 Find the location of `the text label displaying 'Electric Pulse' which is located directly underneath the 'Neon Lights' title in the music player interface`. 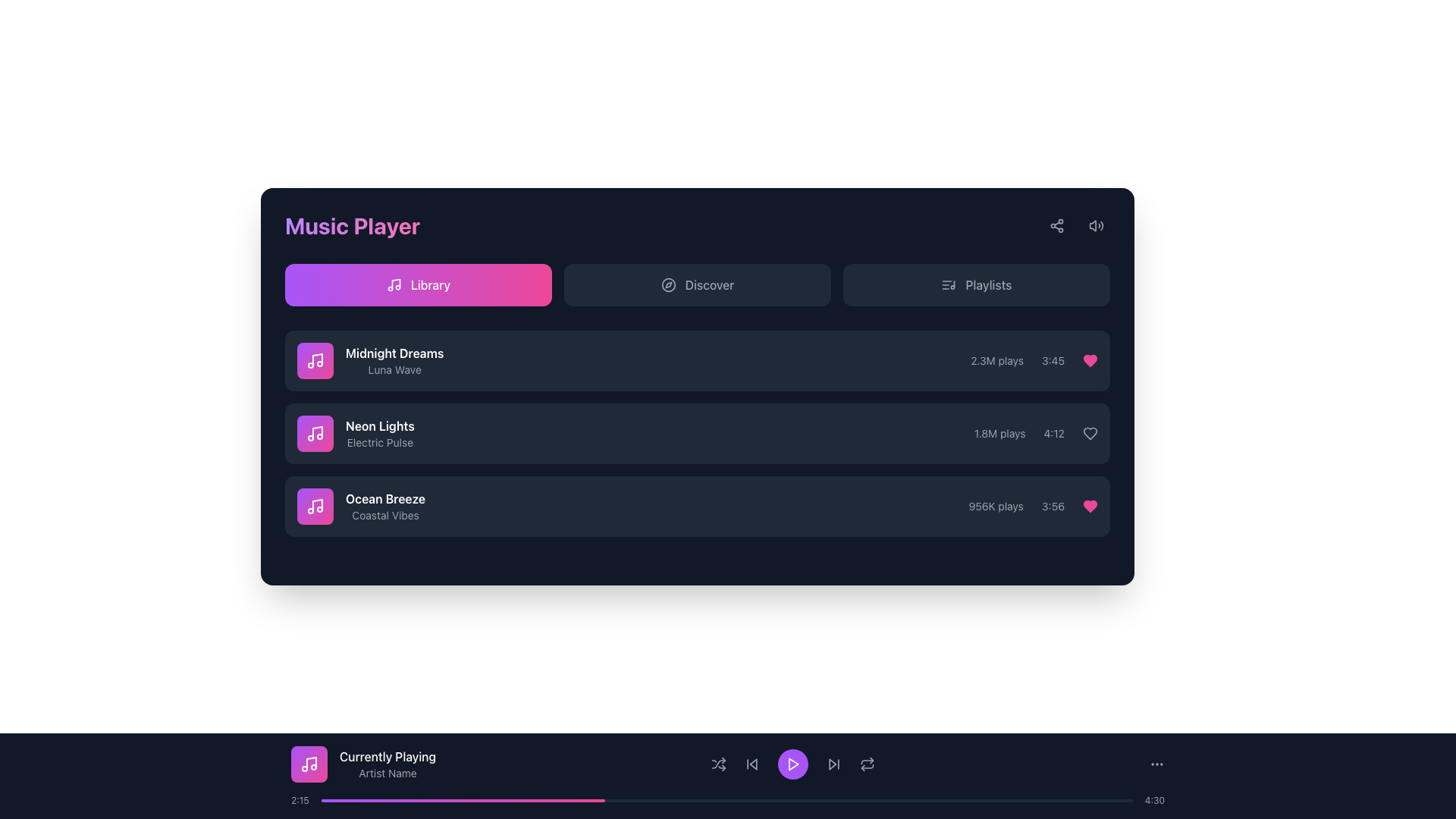

the text label displaying 'Electric Pulse' which is located directly underneath the 'Neon Lights' title in the music player interface is located at coordinates (380, 442).